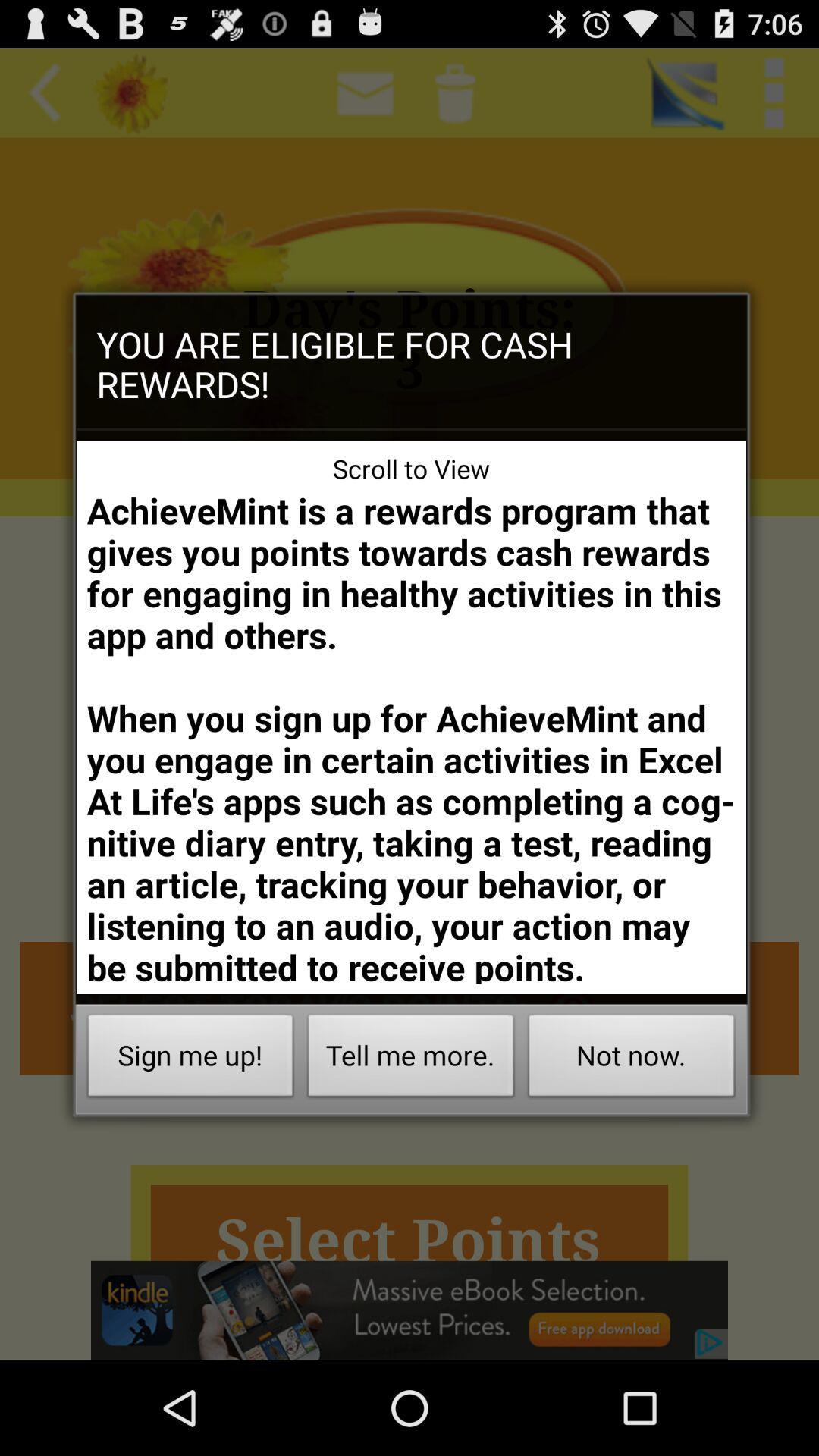 This screenshot has width=819, height=1456. Describe the element at coordinates (411, 1059) in the screenshot. I see `the tell me more. item` at that location.